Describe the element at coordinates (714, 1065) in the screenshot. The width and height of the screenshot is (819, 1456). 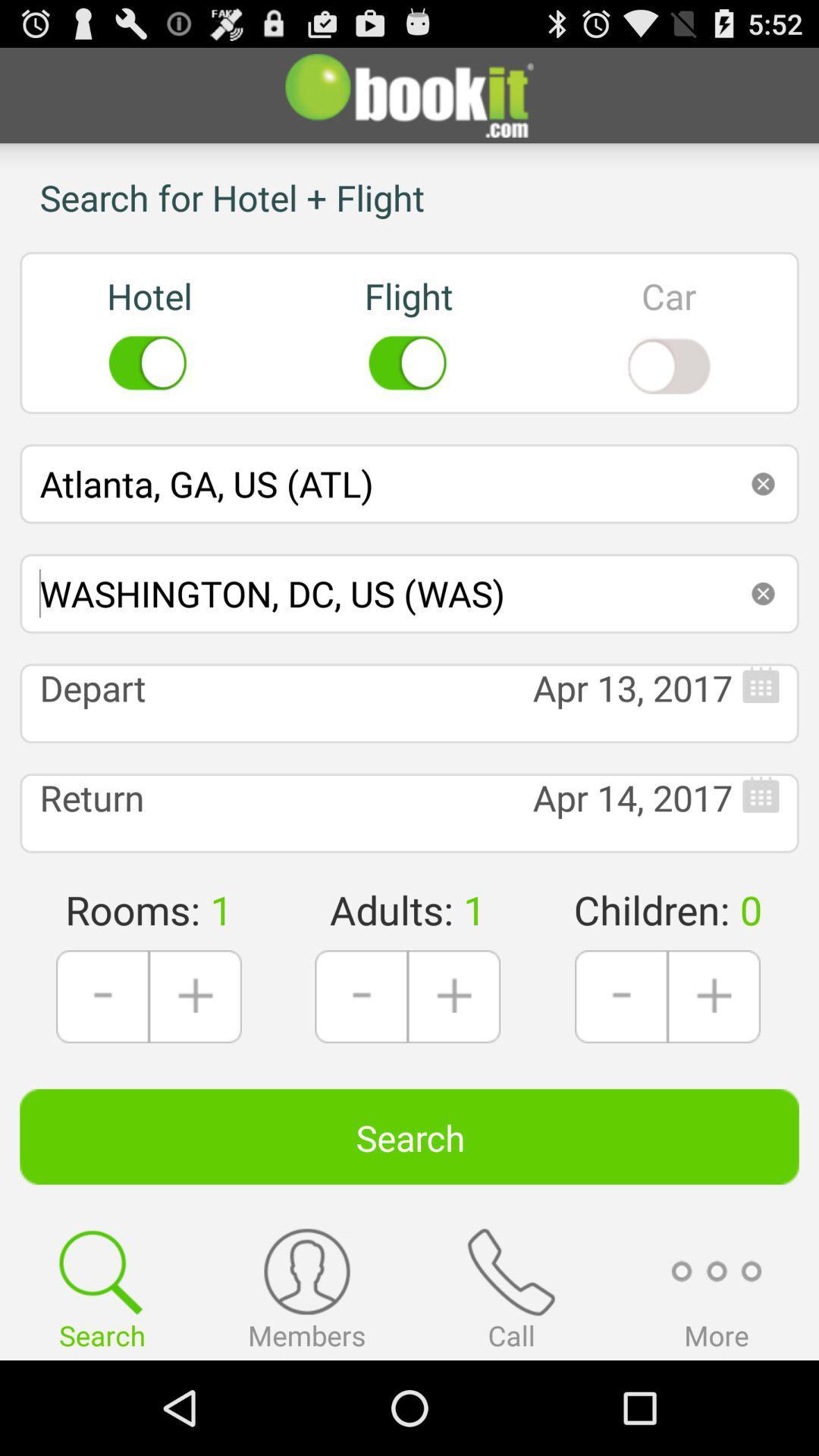
I see `the add icon` at that location.